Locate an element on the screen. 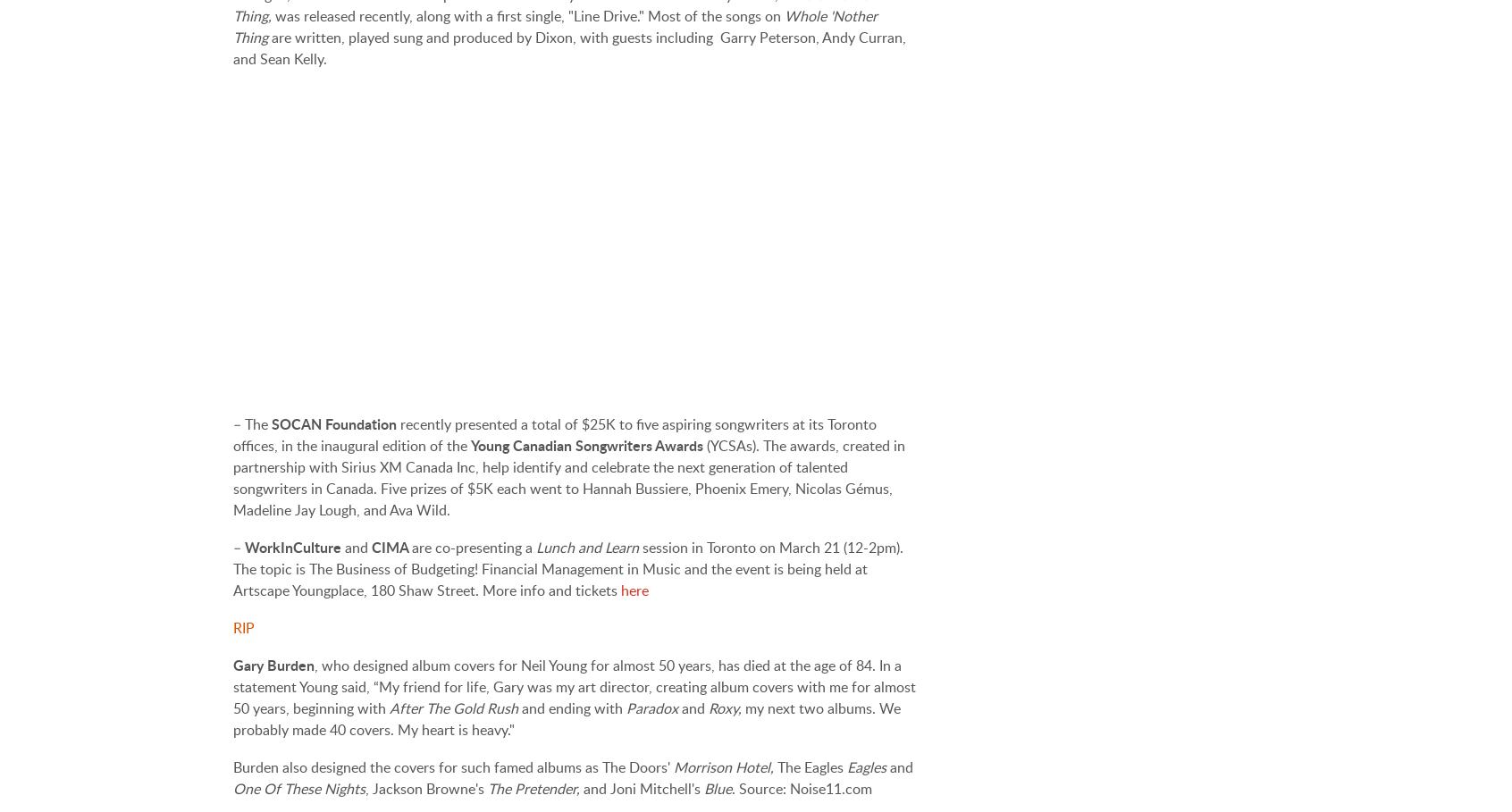  'Burden also designed the covers for such famed albums as The Doors'' is located at coordinates (453, 766).